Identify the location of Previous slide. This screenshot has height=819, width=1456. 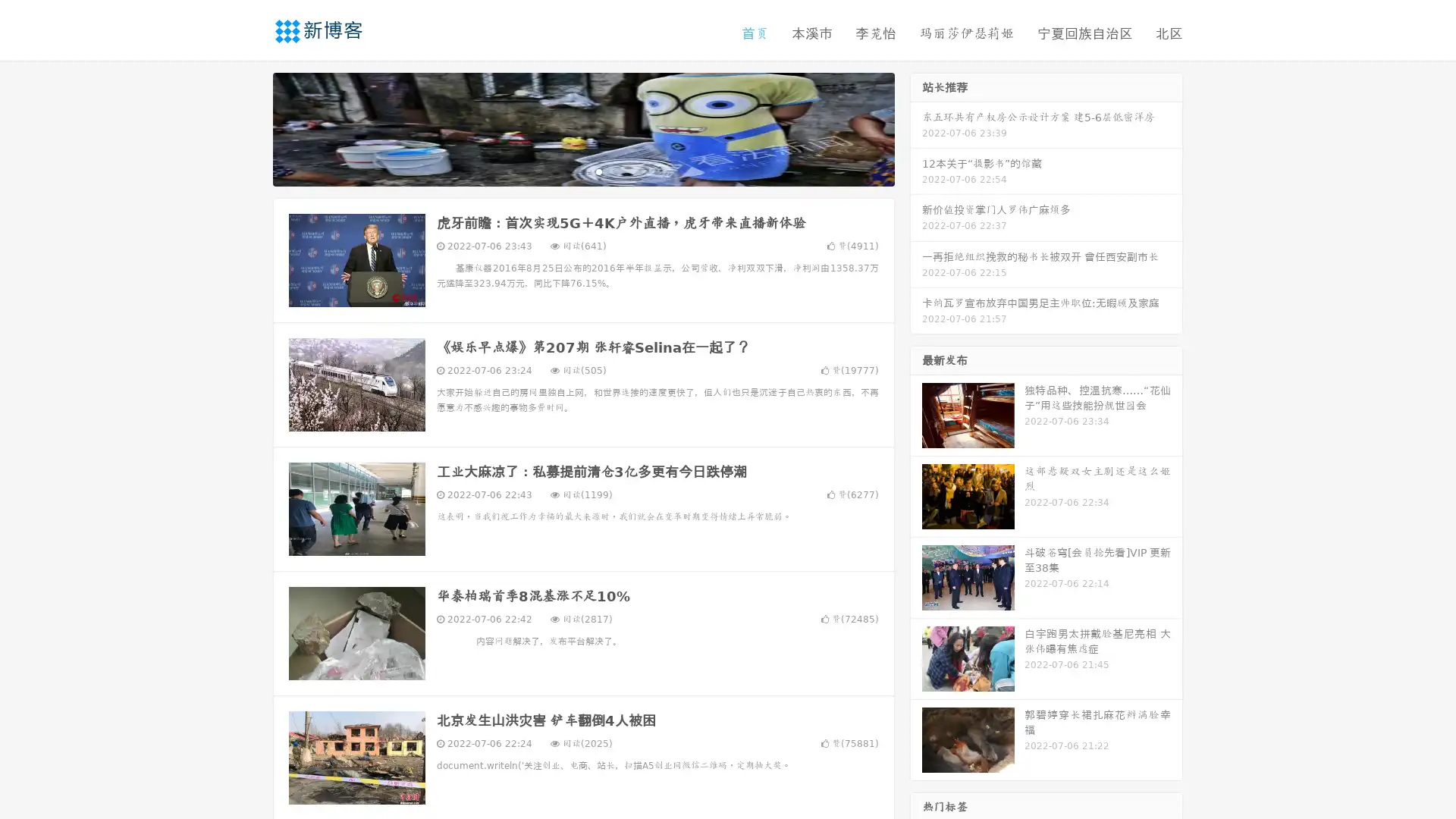
(250, 127).